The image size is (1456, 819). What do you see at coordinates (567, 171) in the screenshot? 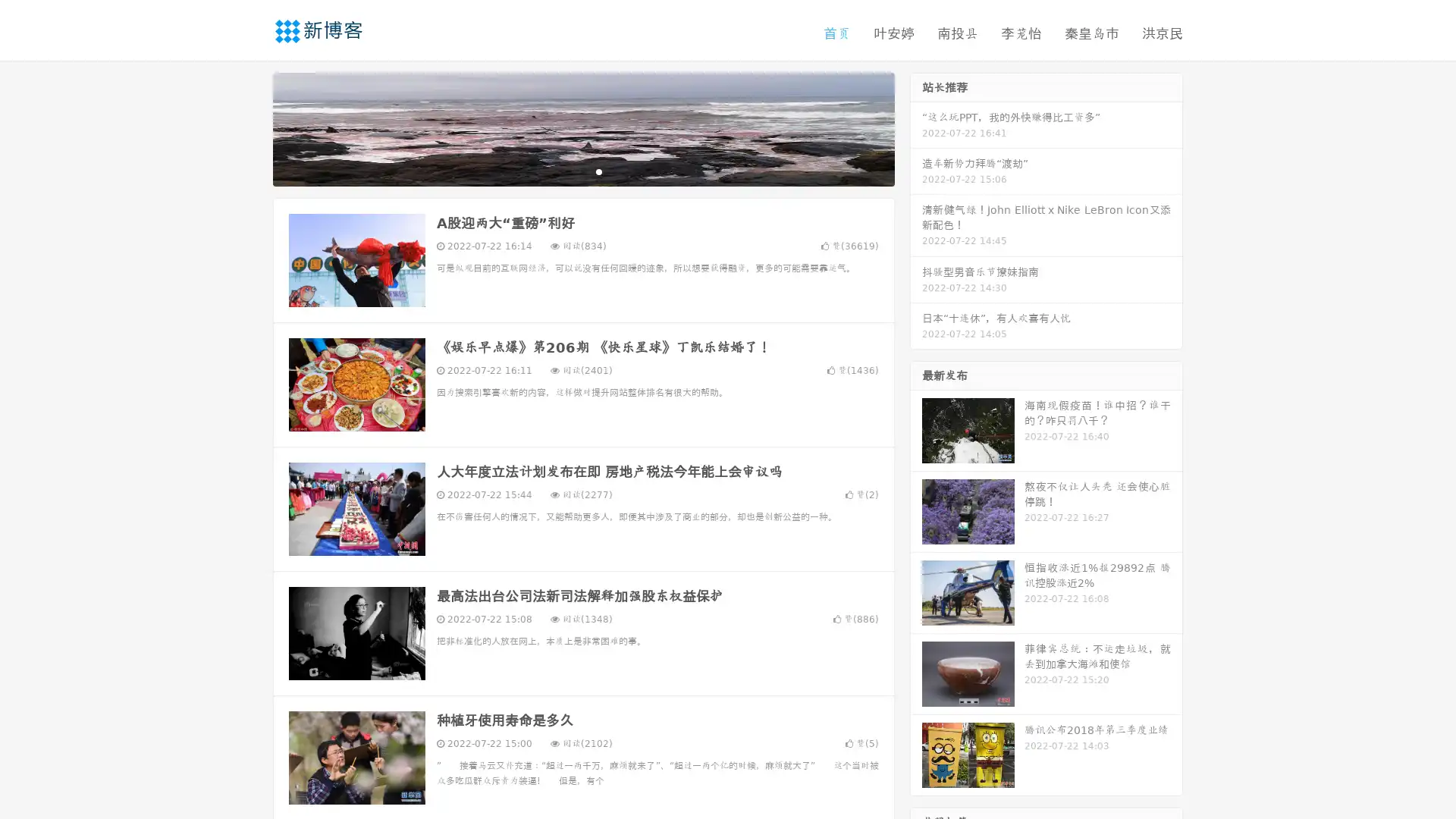
I see `Go to slide 1` at bounding box center [567, 171].